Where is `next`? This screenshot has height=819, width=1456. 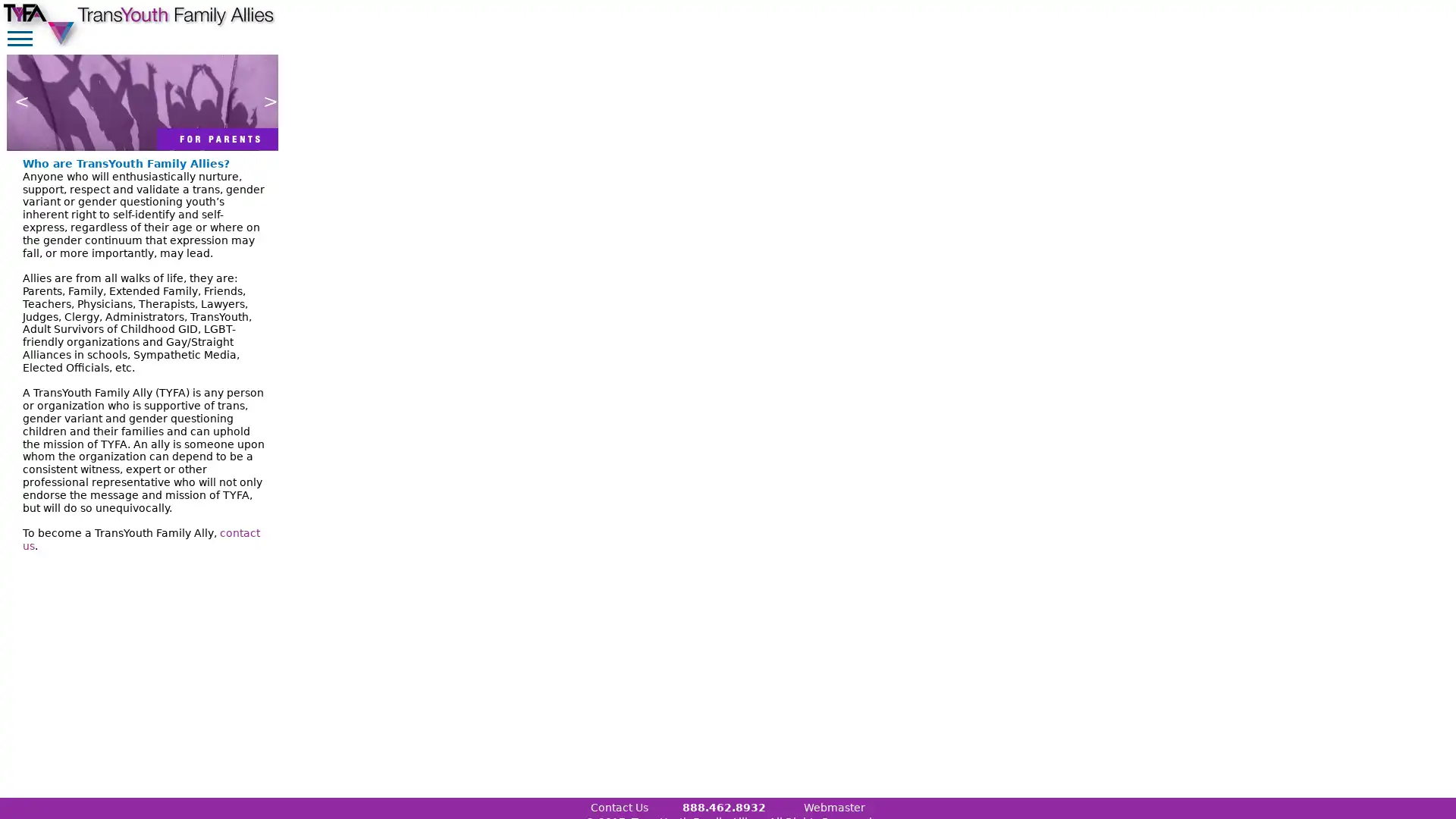
next is located at coordinates (266, 102).